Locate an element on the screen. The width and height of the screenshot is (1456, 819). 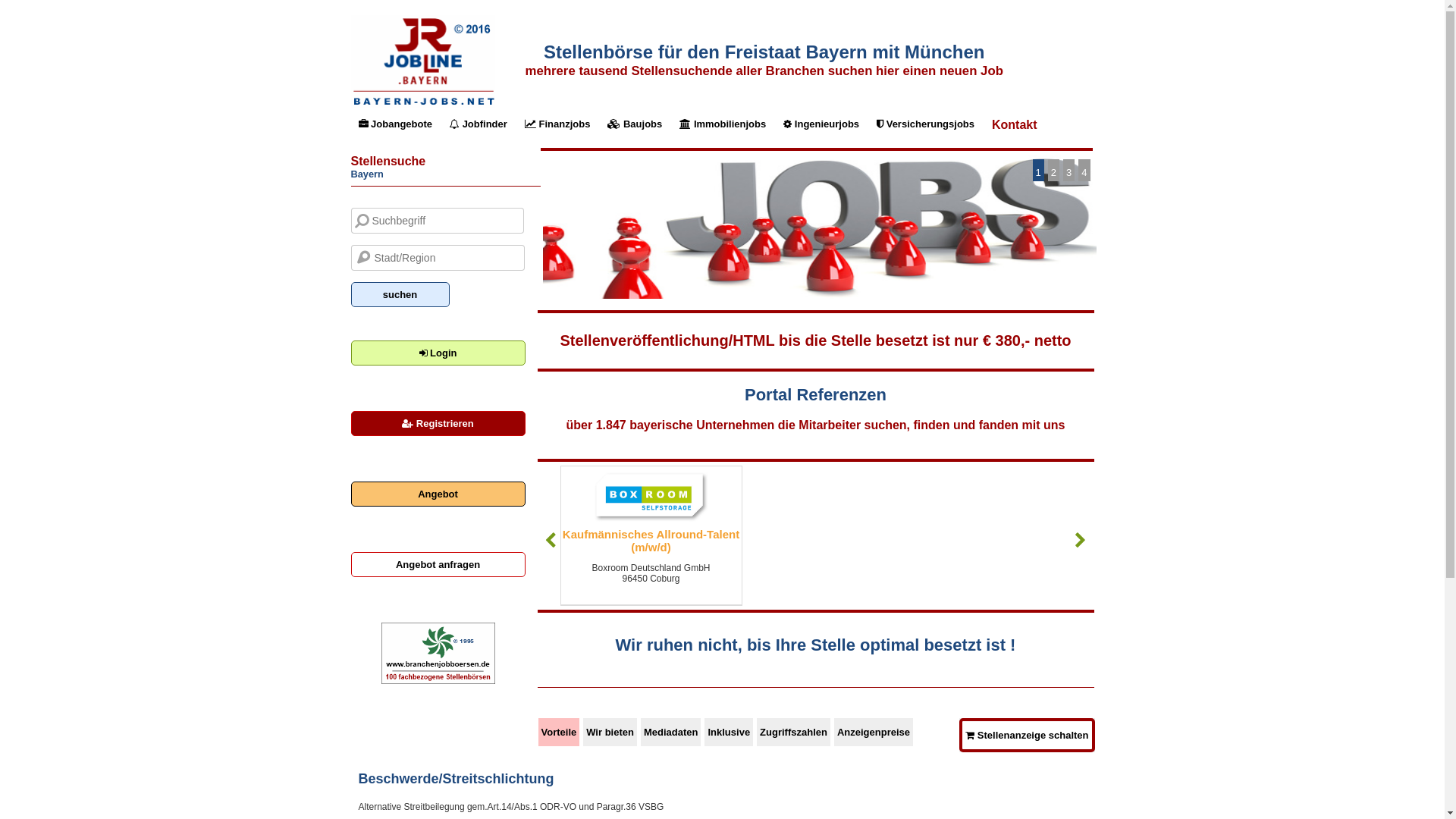
'Mediadaten' is located at coordinates (672, 731).